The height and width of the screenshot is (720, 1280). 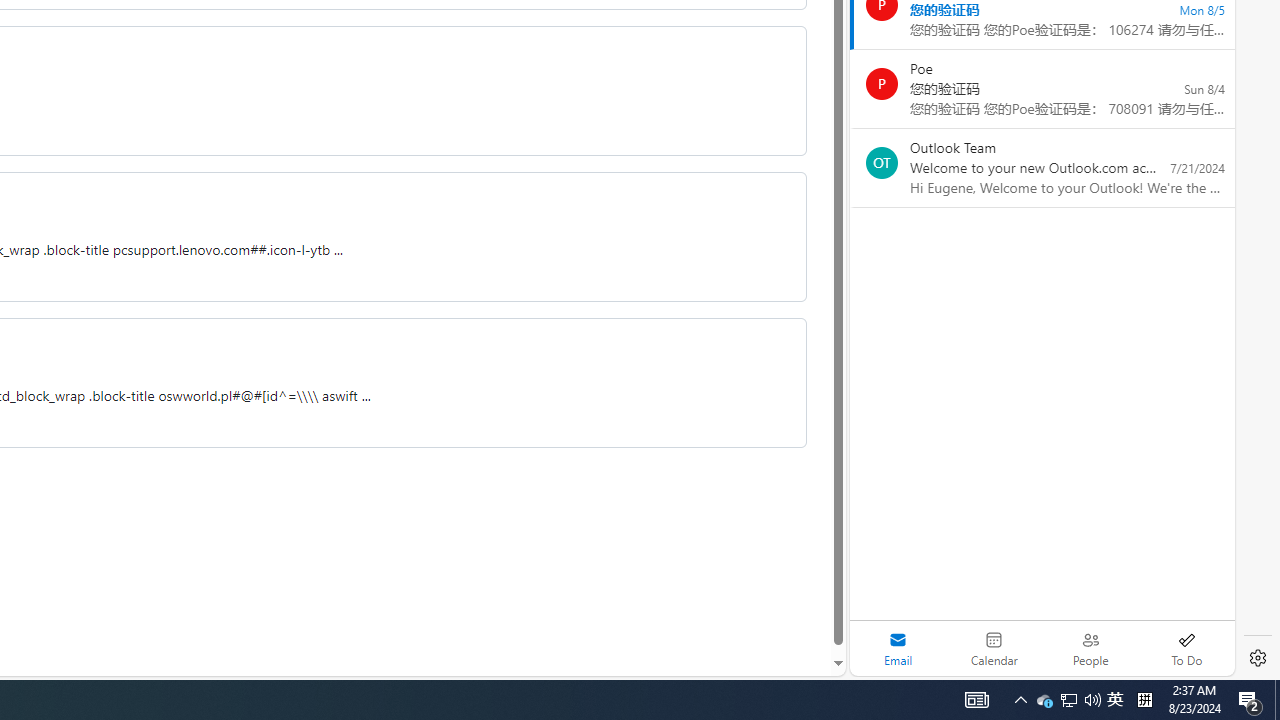 What do you see at coordinates (1186, 648) in the screenshot?
I see `'To Do'` at bounding box center [1186, 648].